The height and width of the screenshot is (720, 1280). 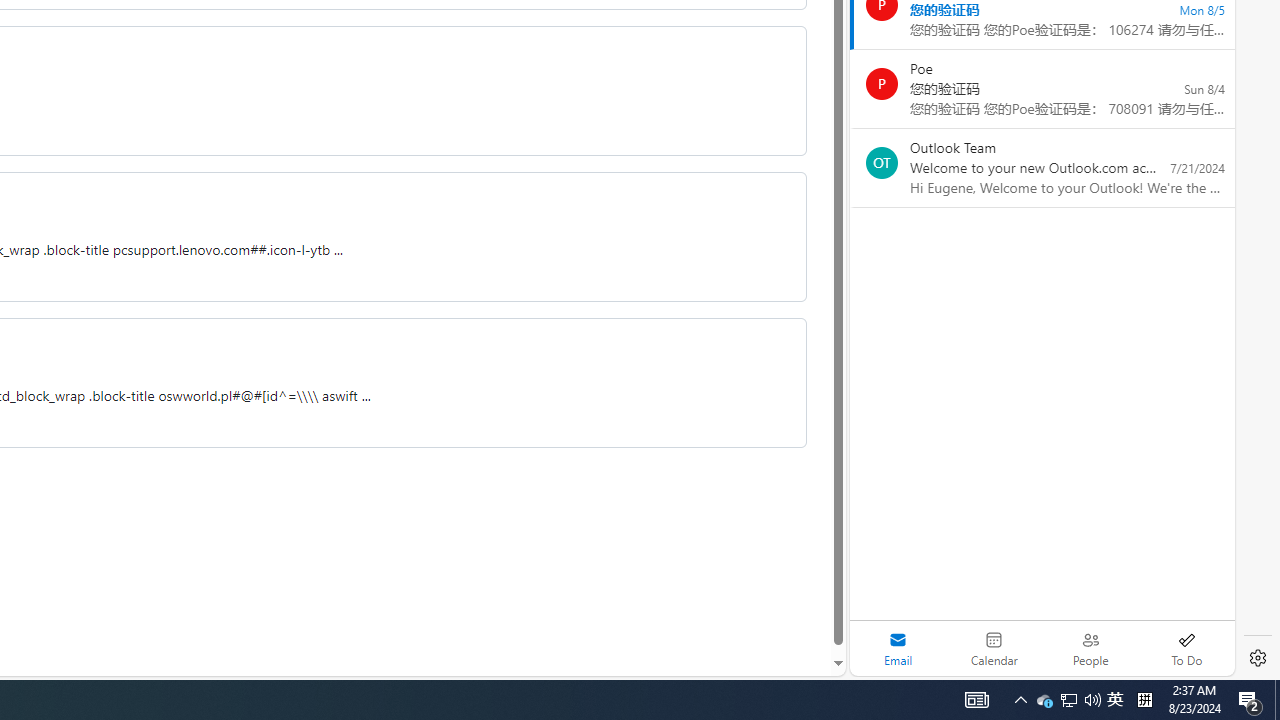 What do you see at coordinates (1186, 648) in the screenshot?
I see `'To Do'` at bounding box center [1186, 648].